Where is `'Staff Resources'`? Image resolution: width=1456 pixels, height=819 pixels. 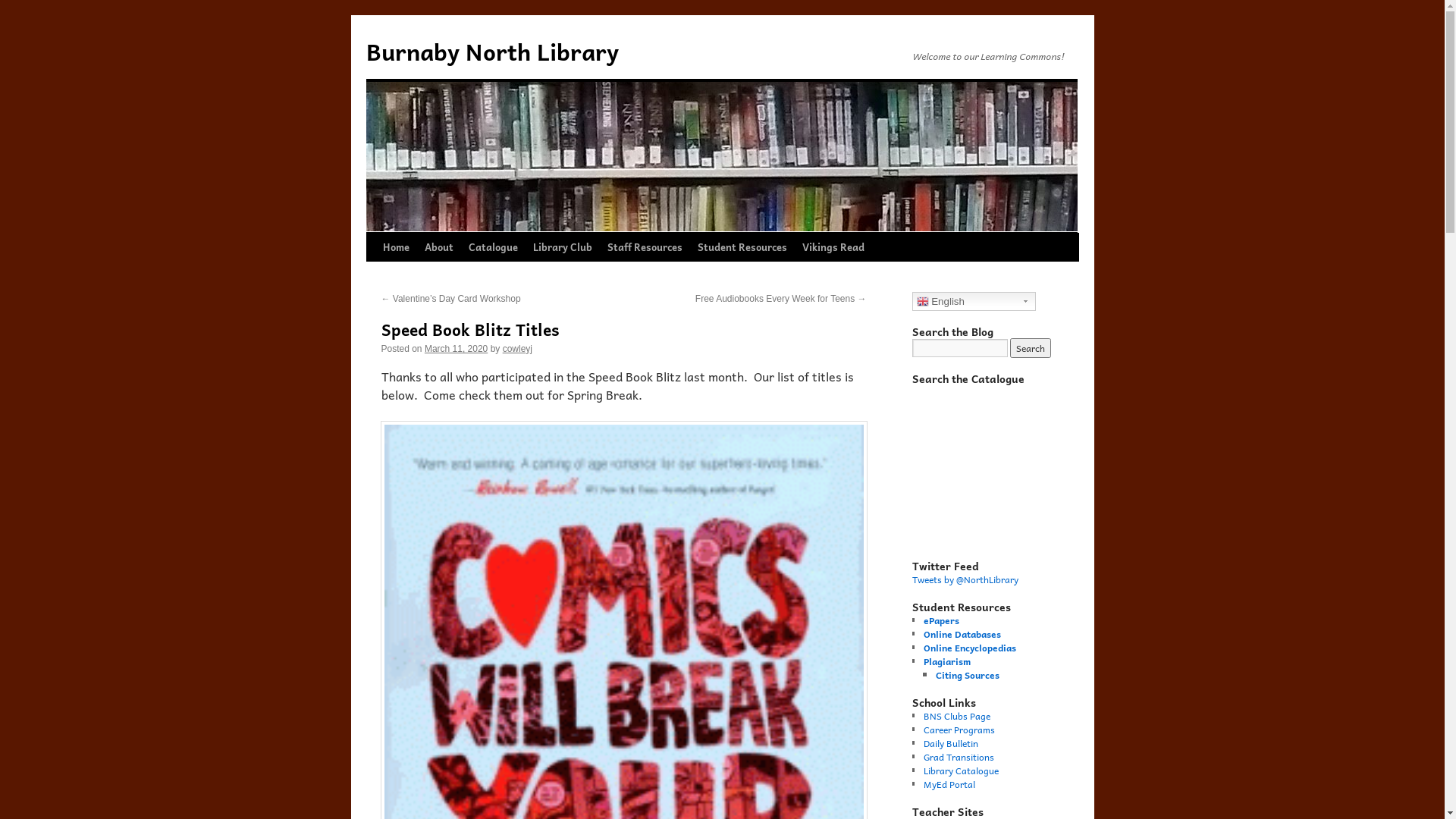
'Staff Resources' is located at coordinates (598, 246).